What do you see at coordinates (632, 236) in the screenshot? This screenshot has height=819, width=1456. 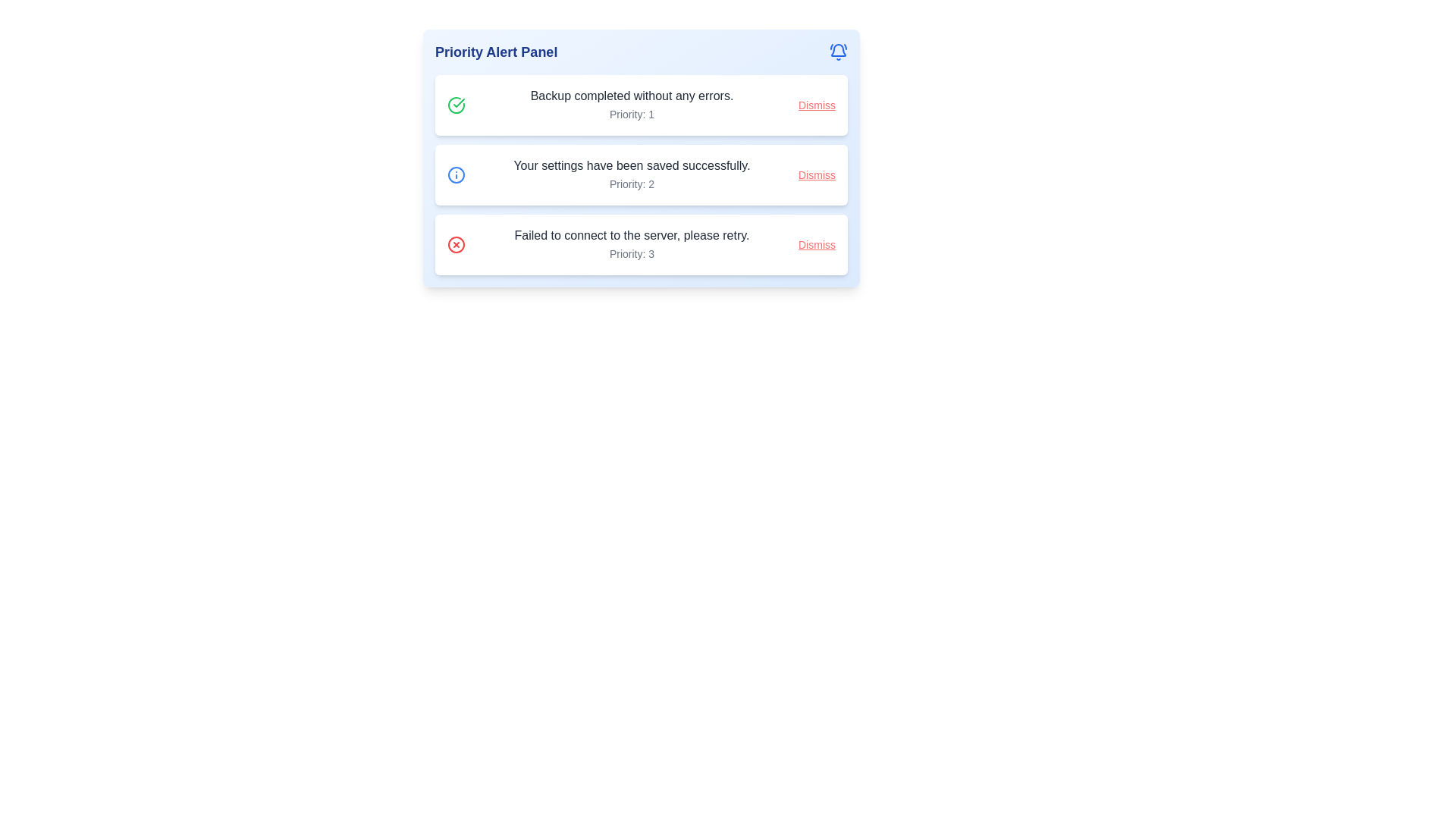 I see `the static text label reading 'Failed to connect to the server, please retry.' which is the topmost text of the third alert in the vertical list of notifications` at bounding box center [632, 236].